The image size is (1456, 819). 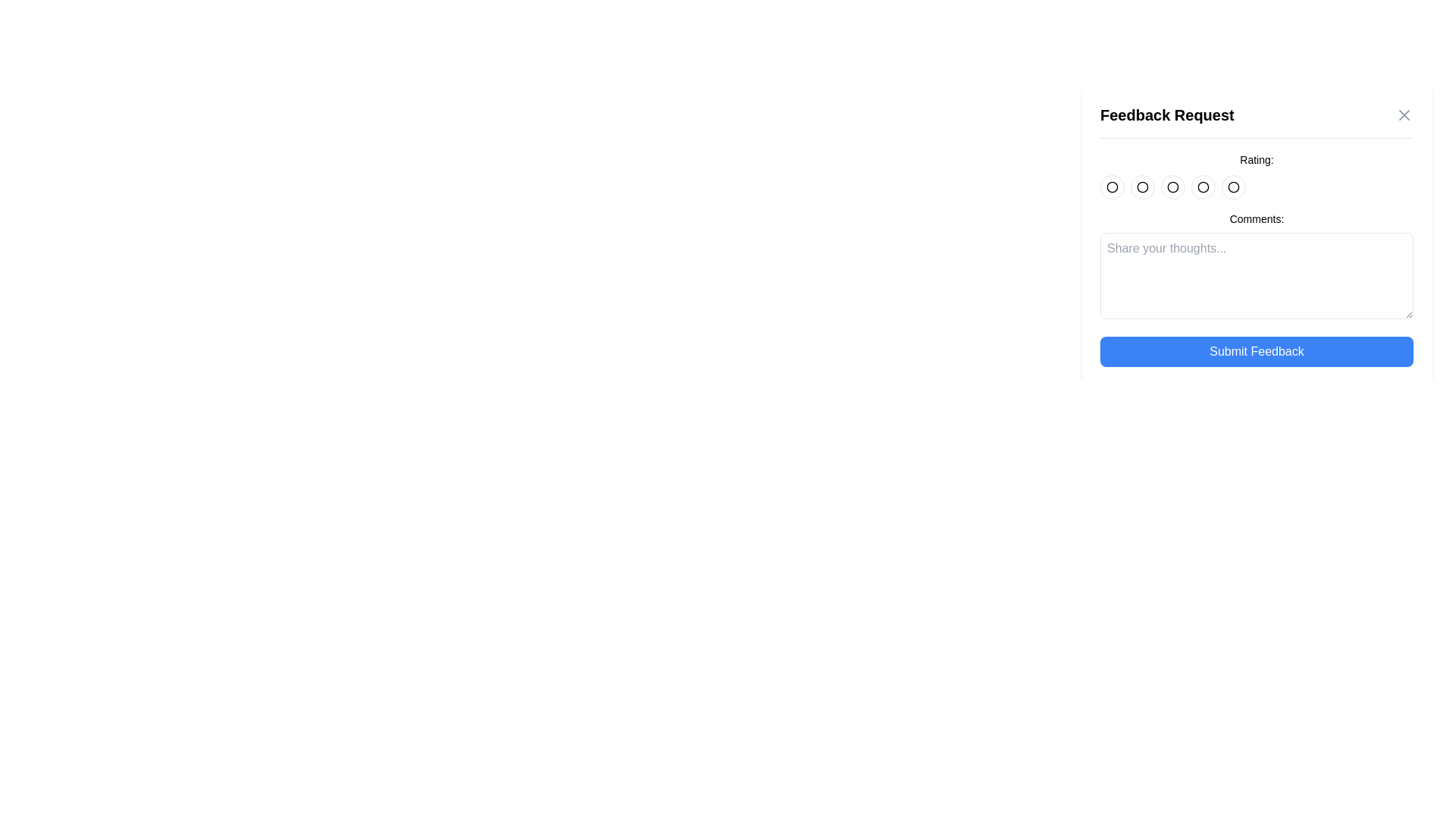 I want to click on 'Rating:' label located in the top-right corner of the feedback request form, above the circle rating buttons, so click(x=1257, y=160).